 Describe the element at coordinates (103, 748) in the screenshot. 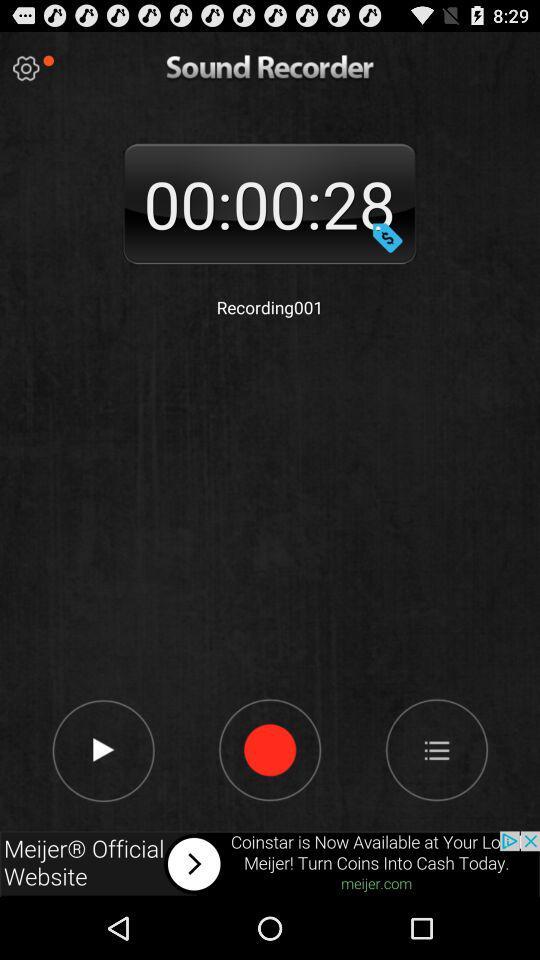

I see `next` at that location.